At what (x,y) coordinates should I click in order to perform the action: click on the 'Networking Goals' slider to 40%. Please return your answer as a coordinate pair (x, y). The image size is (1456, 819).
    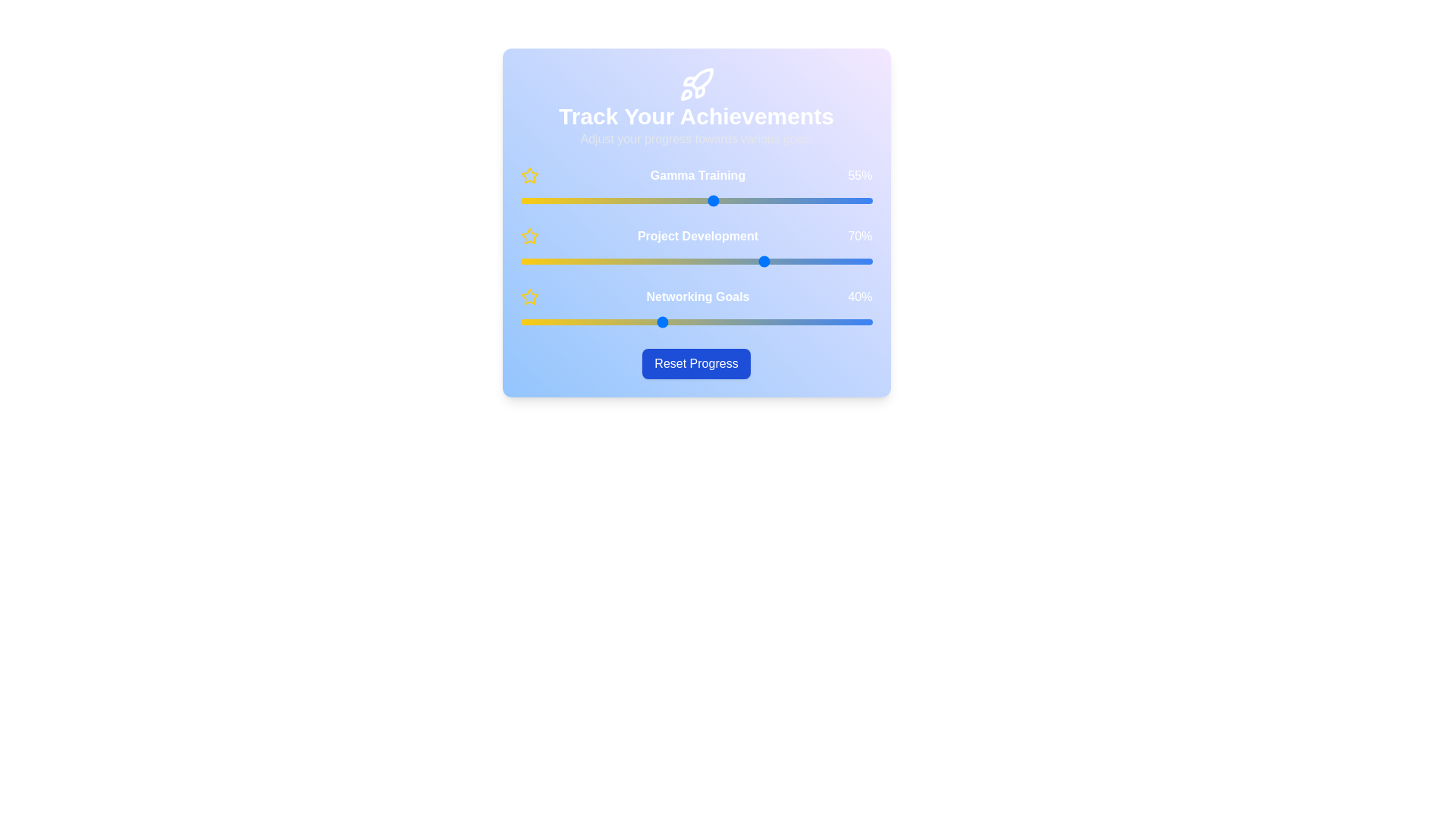
    Looking at the image, I should click on (661, 321).